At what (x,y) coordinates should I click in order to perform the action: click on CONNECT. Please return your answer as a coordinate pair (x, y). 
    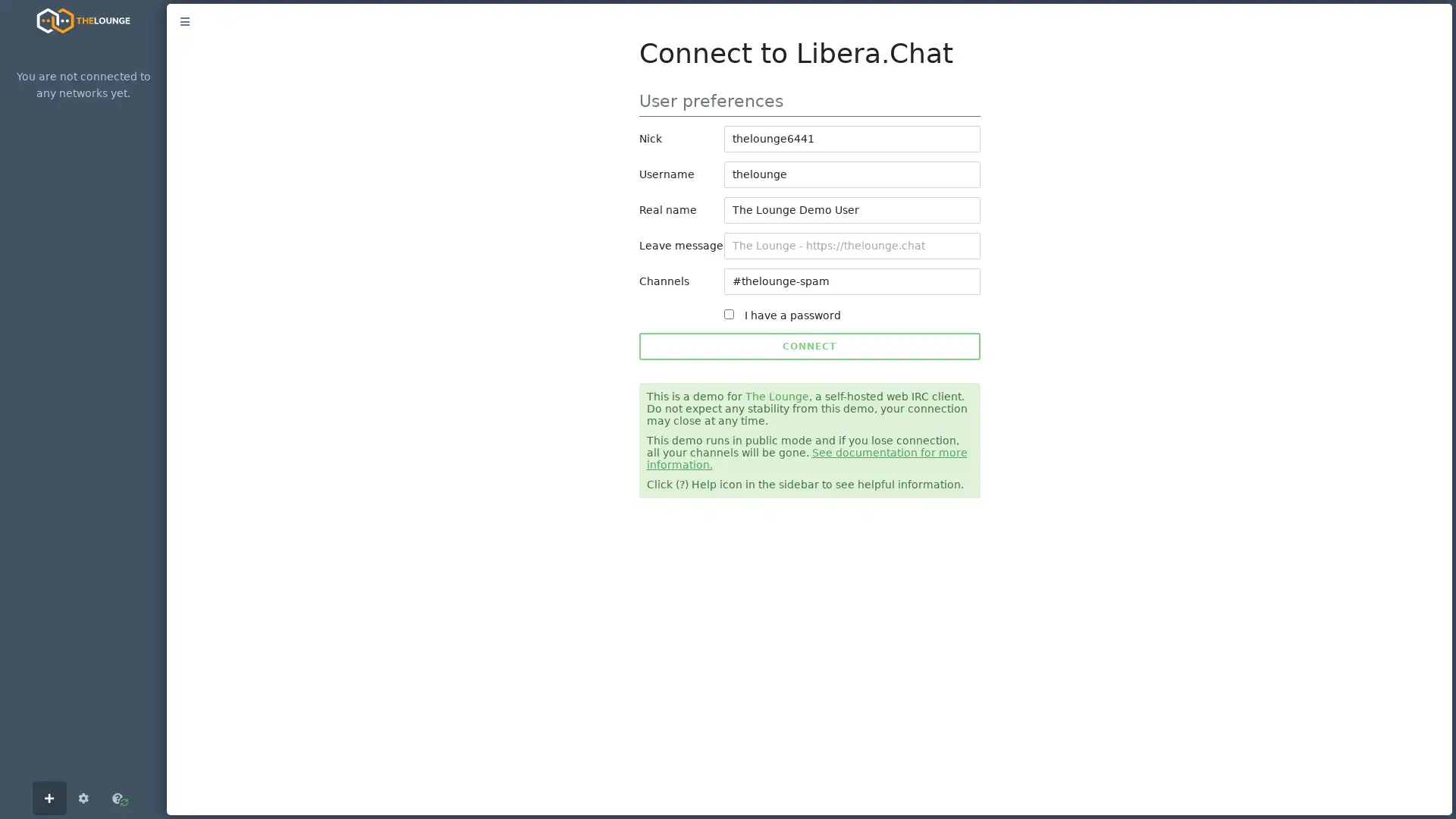
    Looking at the image, I should click on (808, 346).